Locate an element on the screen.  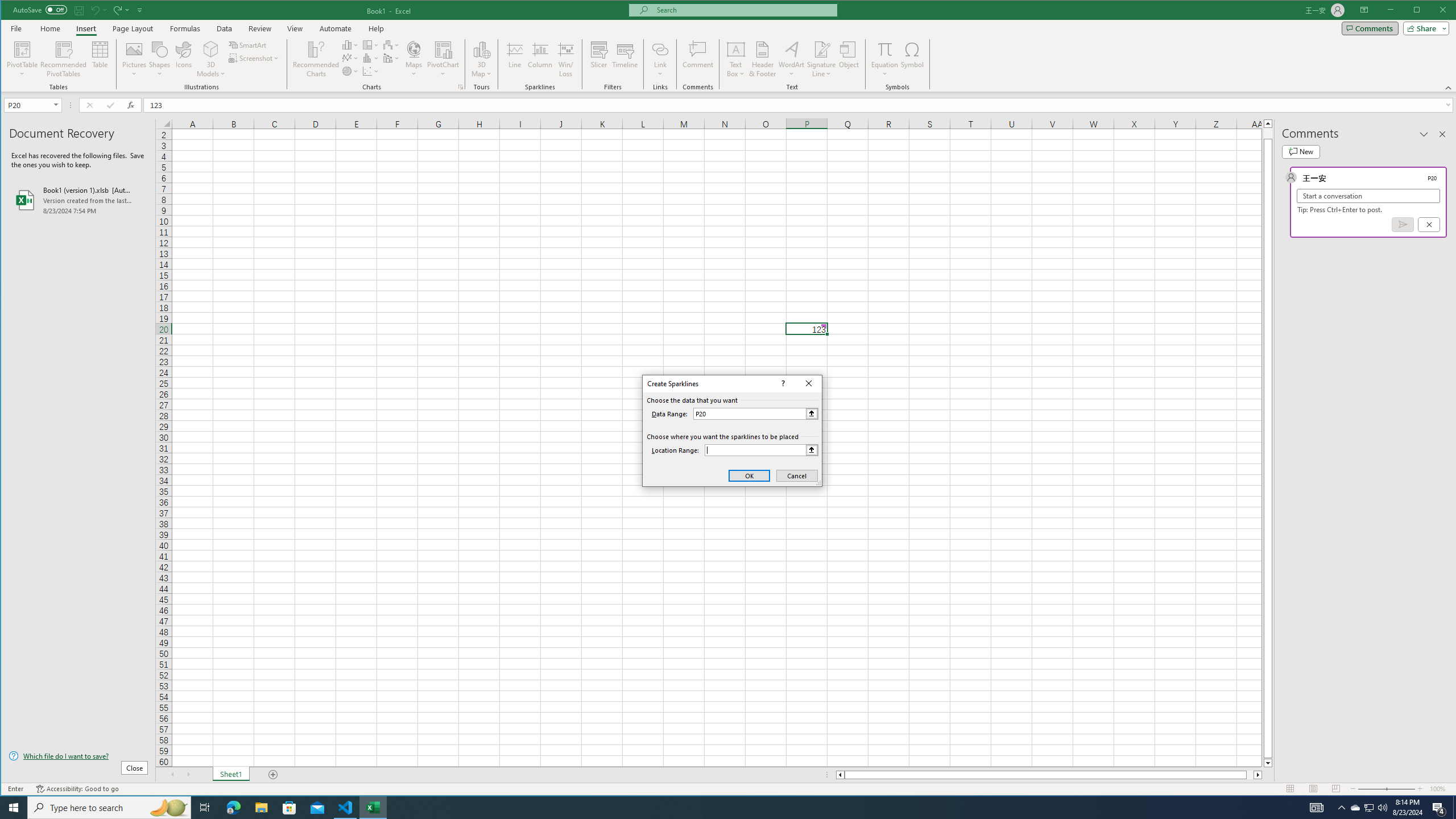
'New comment' is located at coordinates (1300, 152).